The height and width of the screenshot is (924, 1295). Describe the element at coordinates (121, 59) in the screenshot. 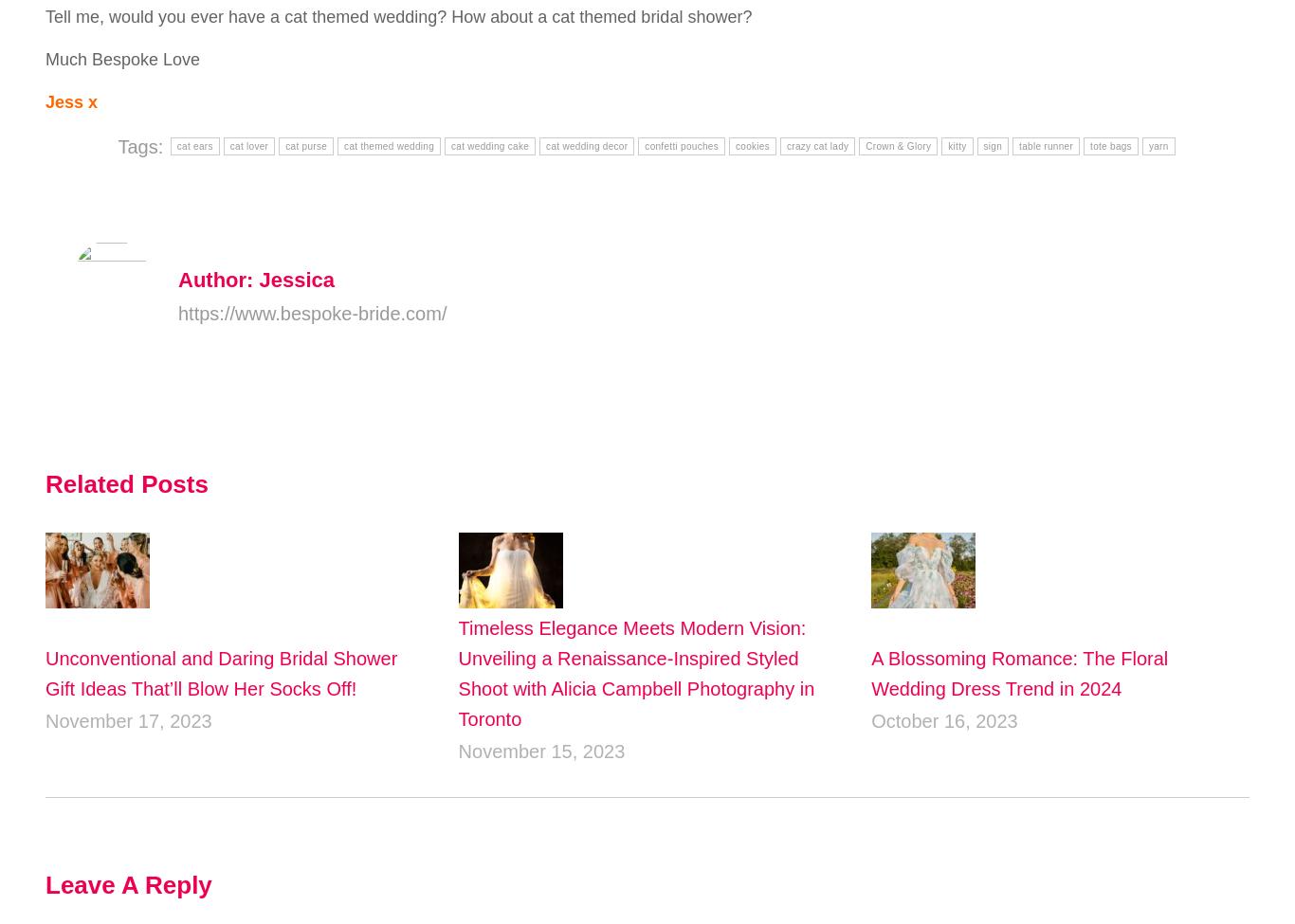

I see `'Much Bespoke Love'` at that location.